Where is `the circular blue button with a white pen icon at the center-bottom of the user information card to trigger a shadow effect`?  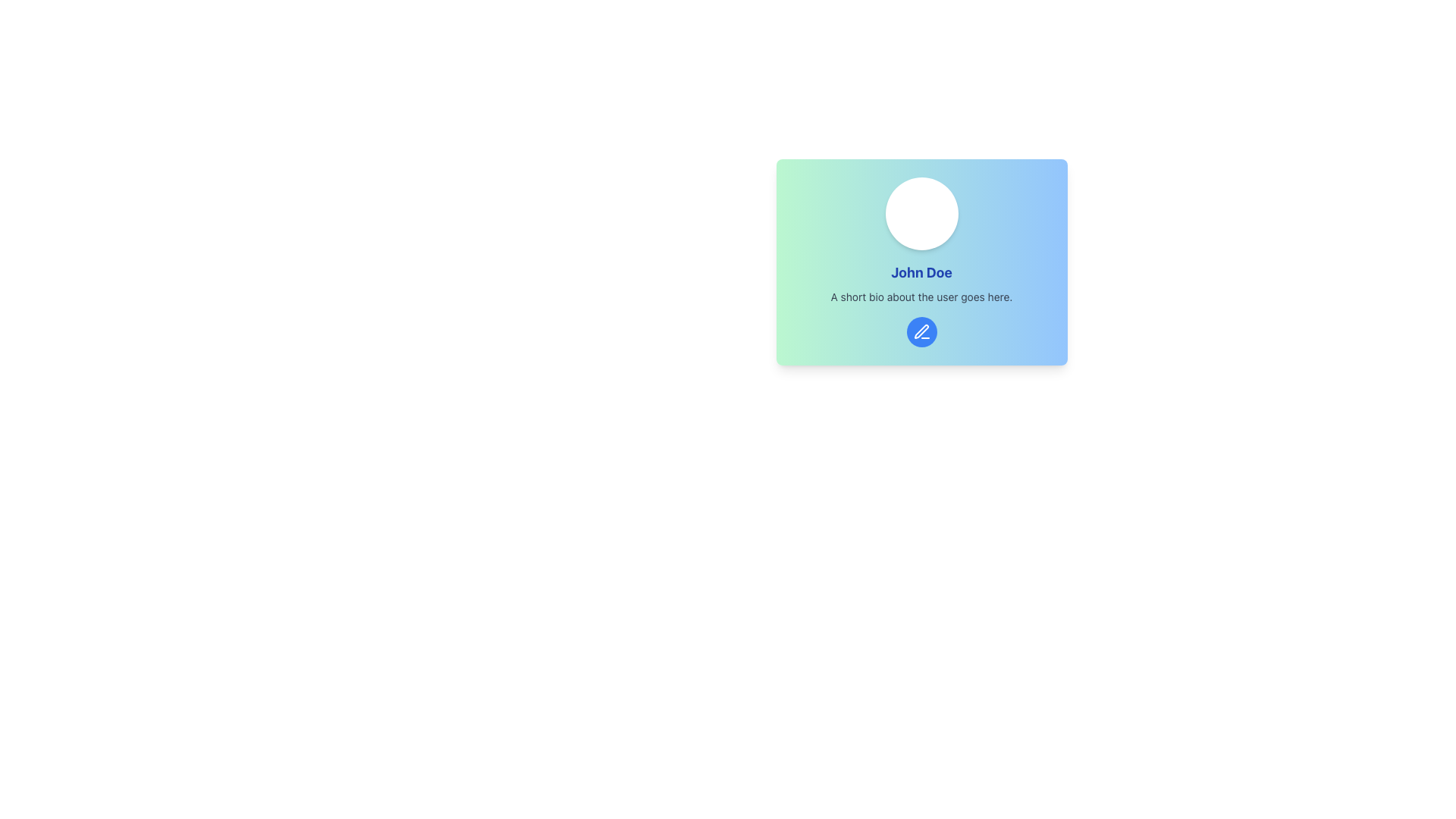 the circular blue button with a white pen icon at the center-bottom of the user information card to trigger a shadow effect is located at coordinates (921, 331).